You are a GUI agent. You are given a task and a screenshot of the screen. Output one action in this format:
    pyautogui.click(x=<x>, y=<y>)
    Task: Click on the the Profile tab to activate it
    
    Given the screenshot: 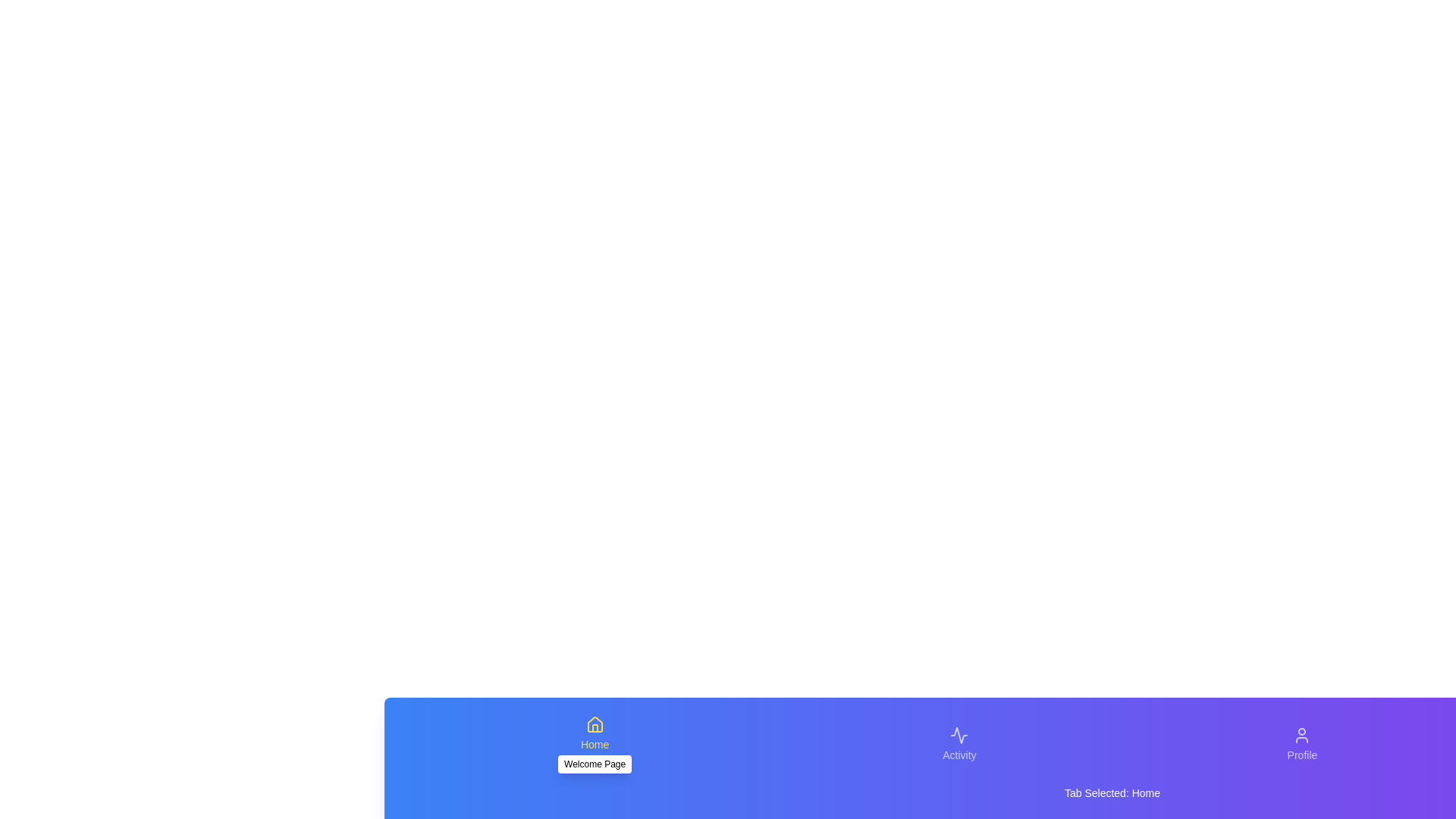 What is the action you would take?
    pyautogui.click(x=1301, y=744)
    